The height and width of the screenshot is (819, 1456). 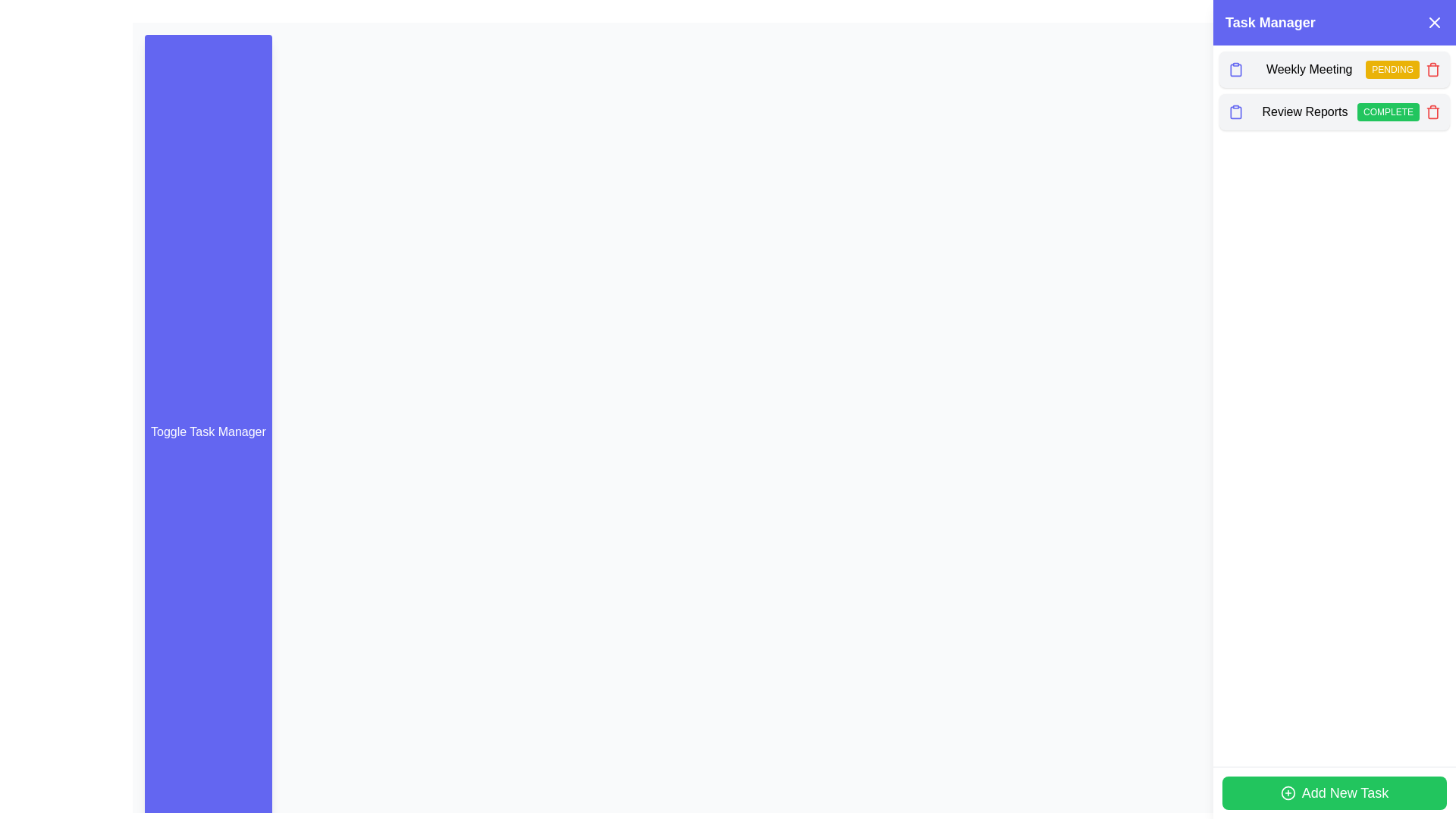 I want to click on the task labeled 'Weekly Meeting' in the task management interface, which is currently marked as 'PENDING', so click(x=1335, y=70).